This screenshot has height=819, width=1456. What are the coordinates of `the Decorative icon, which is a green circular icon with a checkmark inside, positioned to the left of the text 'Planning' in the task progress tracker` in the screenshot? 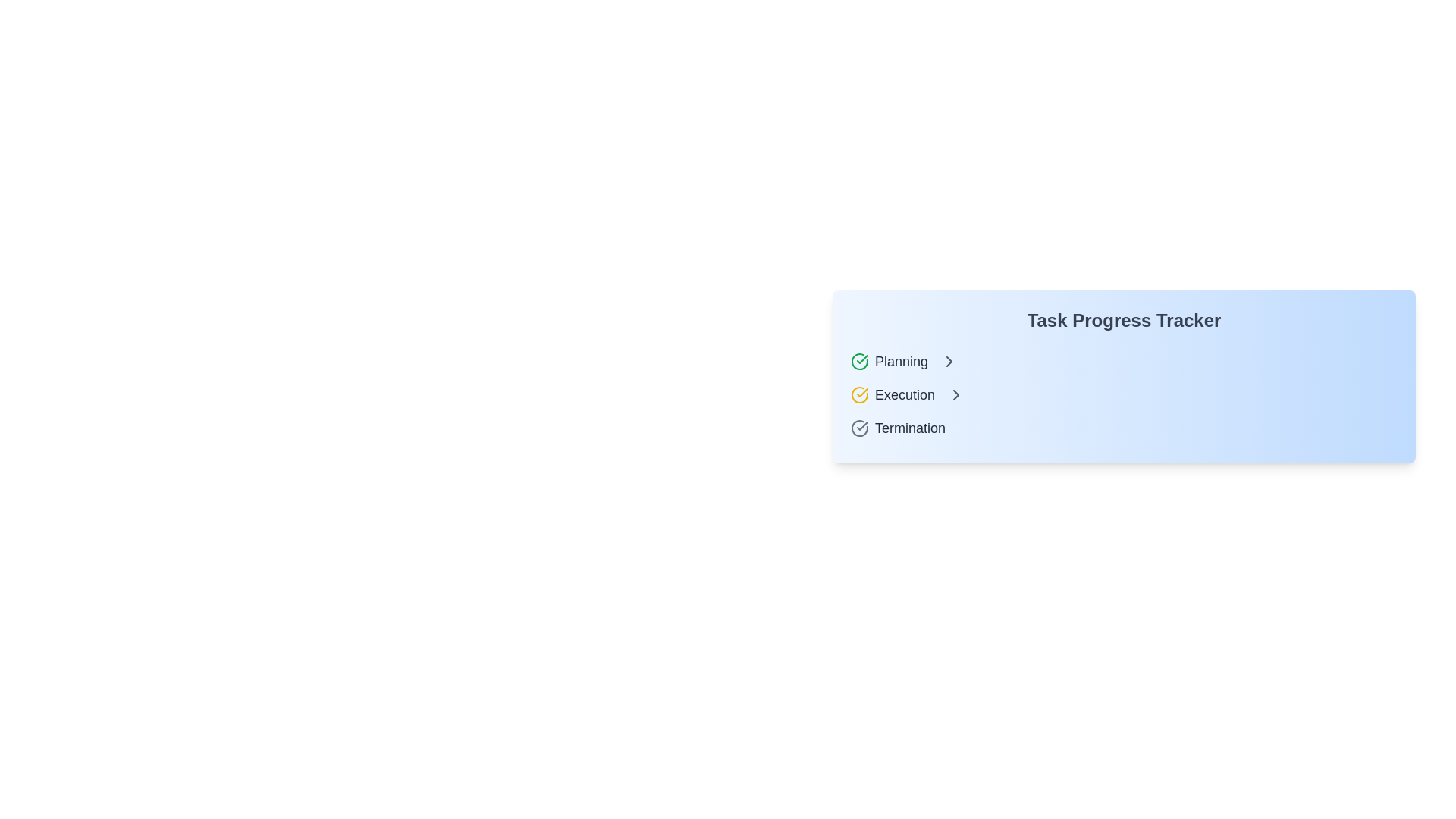 It's located at (859, 362).